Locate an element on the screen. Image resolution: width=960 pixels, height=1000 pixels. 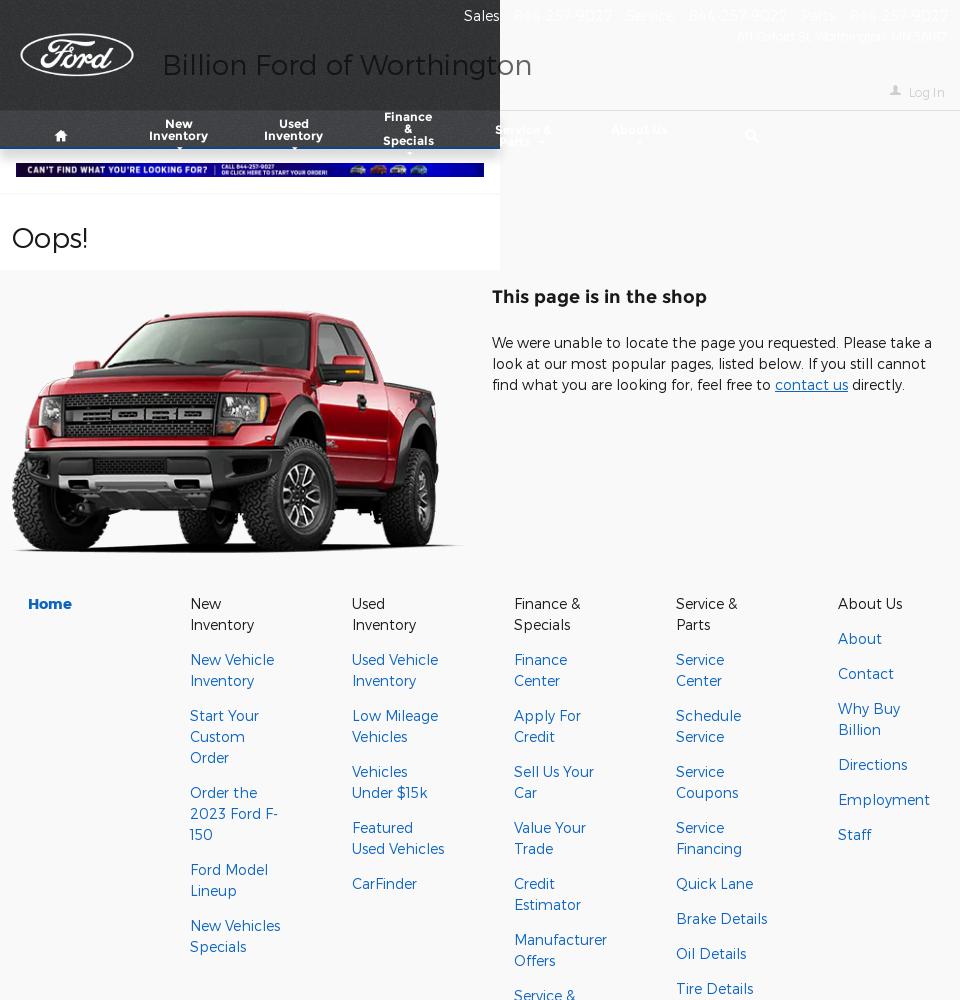
'Apply For Credit' is located at coordinates (547, 725).